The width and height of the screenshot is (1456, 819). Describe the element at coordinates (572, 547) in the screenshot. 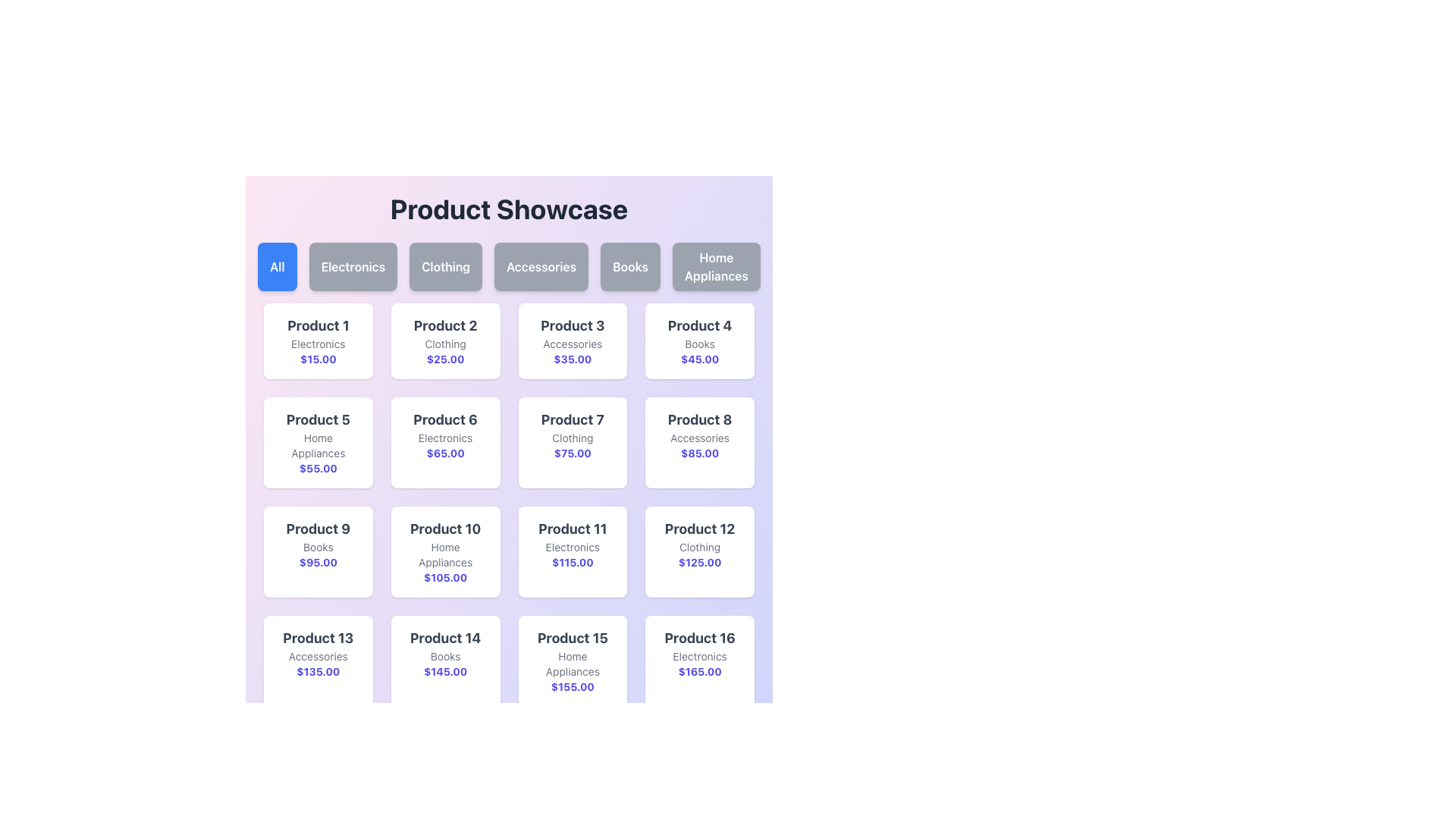

I see `the text label that identifies the category of 'Product 11' as 'Electronics', located in the third row and third column of the grid layout, directly below its title and above the price` at that location.